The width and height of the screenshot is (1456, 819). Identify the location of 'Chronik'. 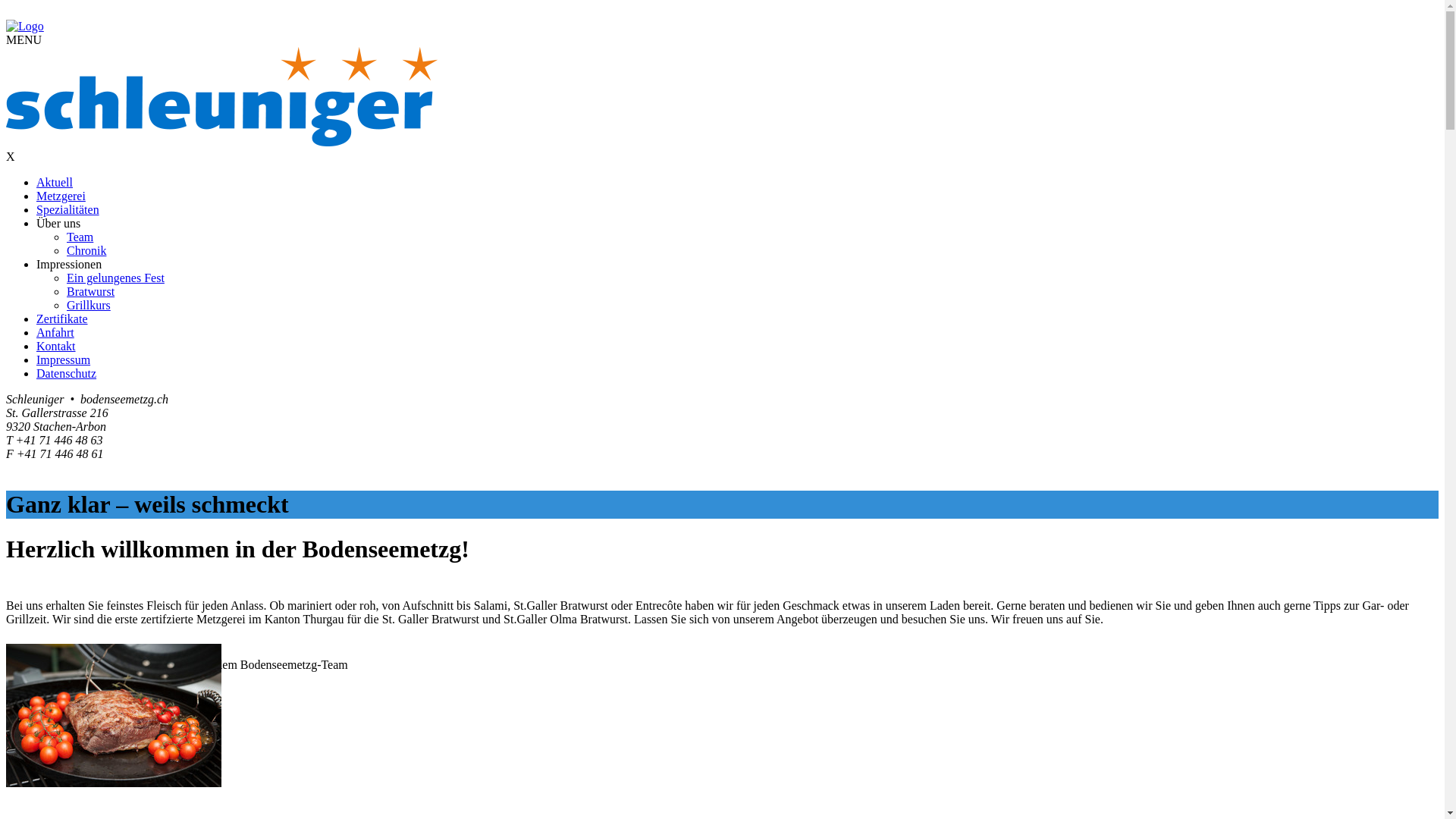
(86, 249).